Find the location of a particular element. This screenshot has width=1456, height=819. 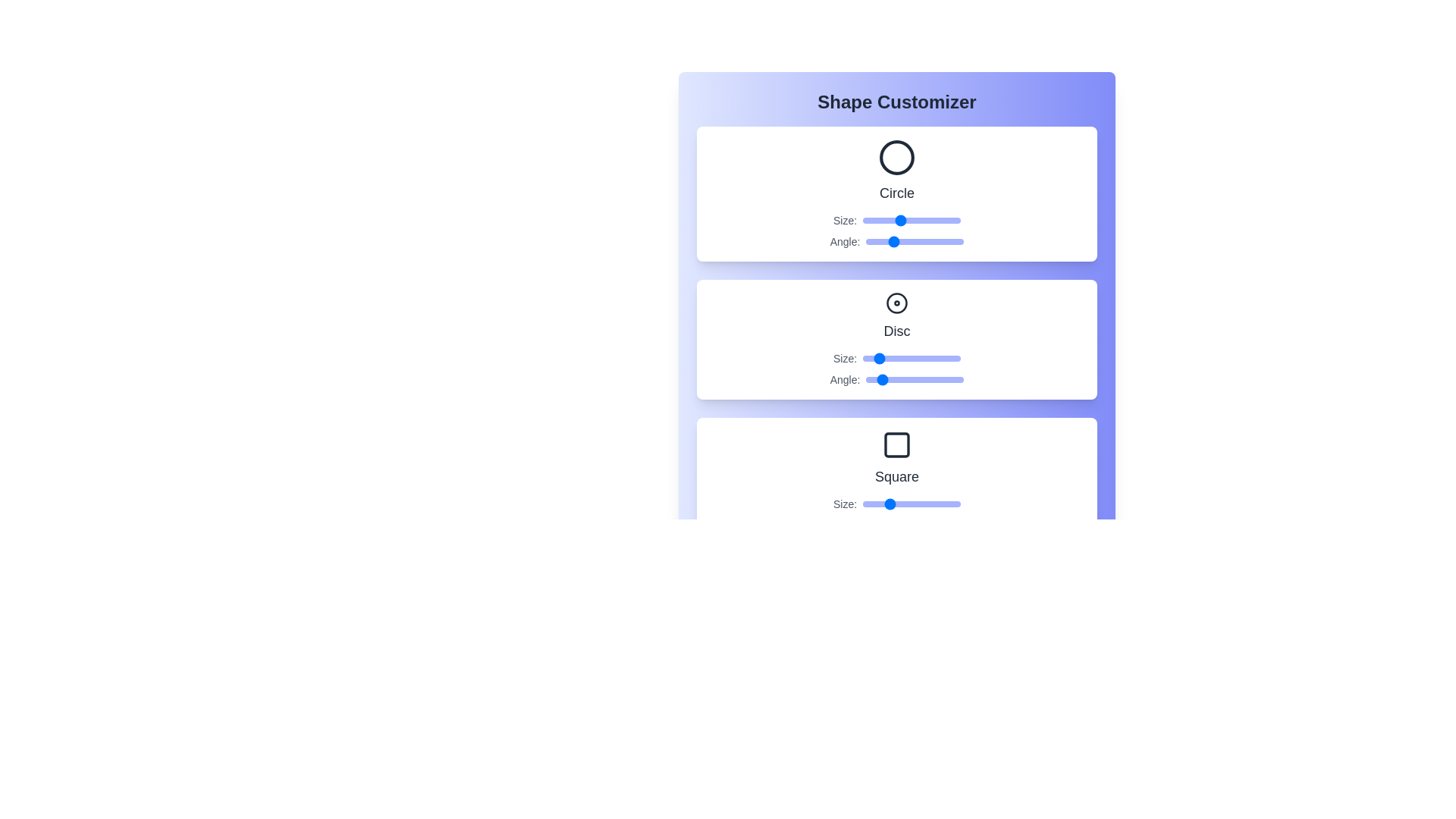

the Circle's angle slider to 36 degrees is located at coordinates (876, 241).